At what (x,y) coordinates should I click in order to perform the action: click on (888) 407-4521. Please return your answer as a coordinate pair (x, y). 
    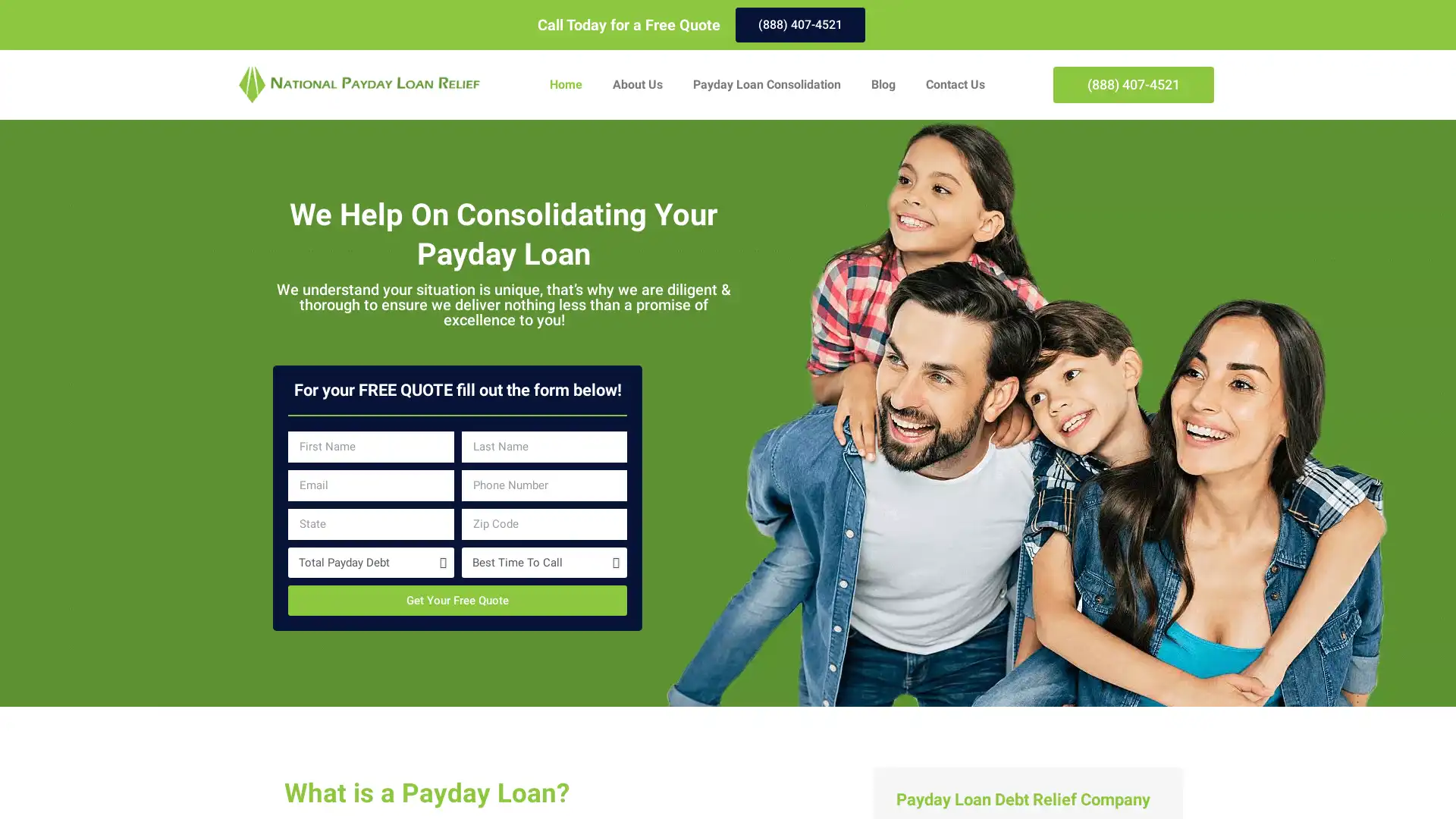
    Looking at the image, I should click on (1133, 84).